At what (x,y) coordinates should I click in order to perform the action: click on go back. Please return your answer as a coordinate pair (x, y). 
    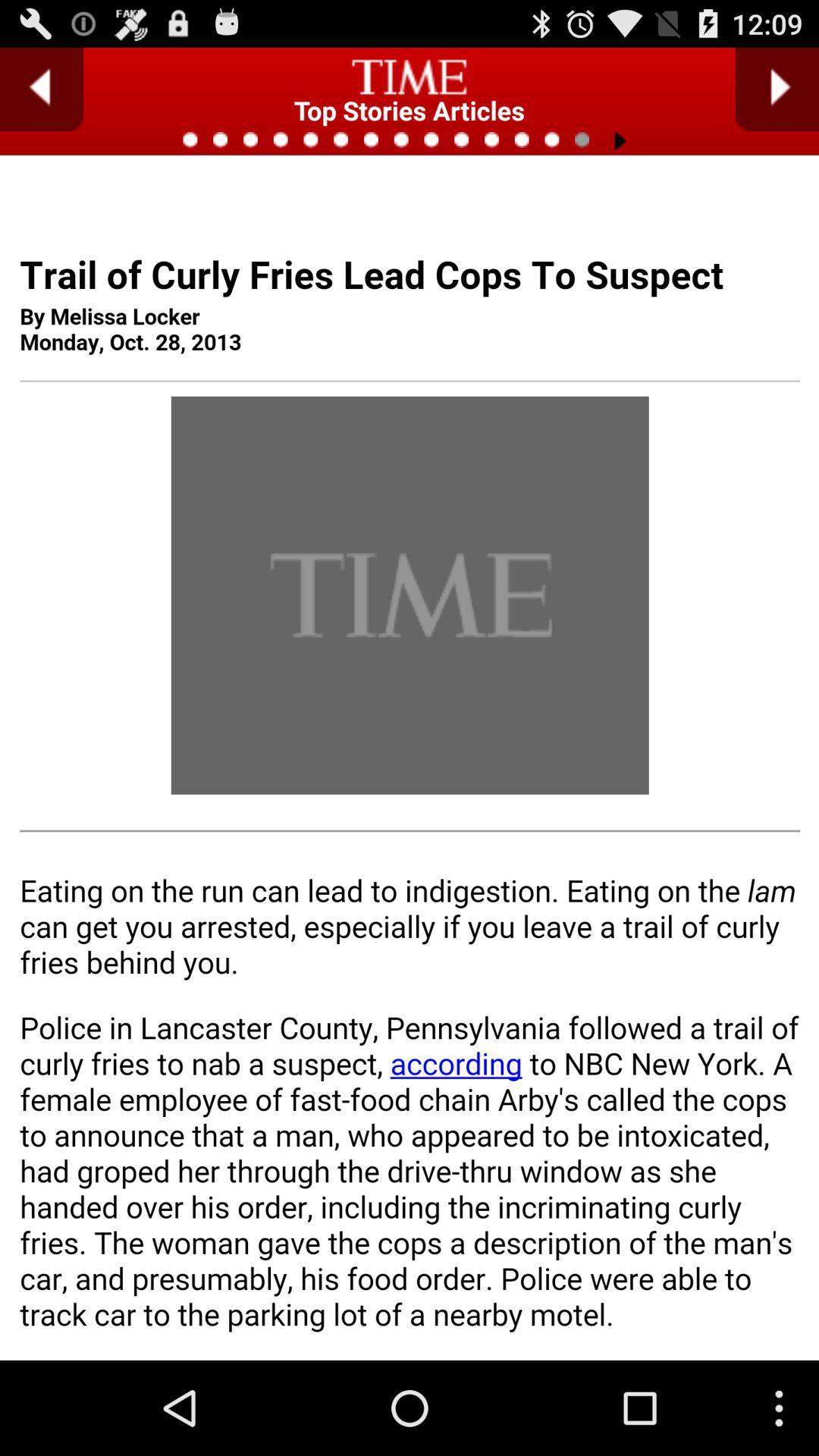
    Looking at the image, I should click on (41, 89).